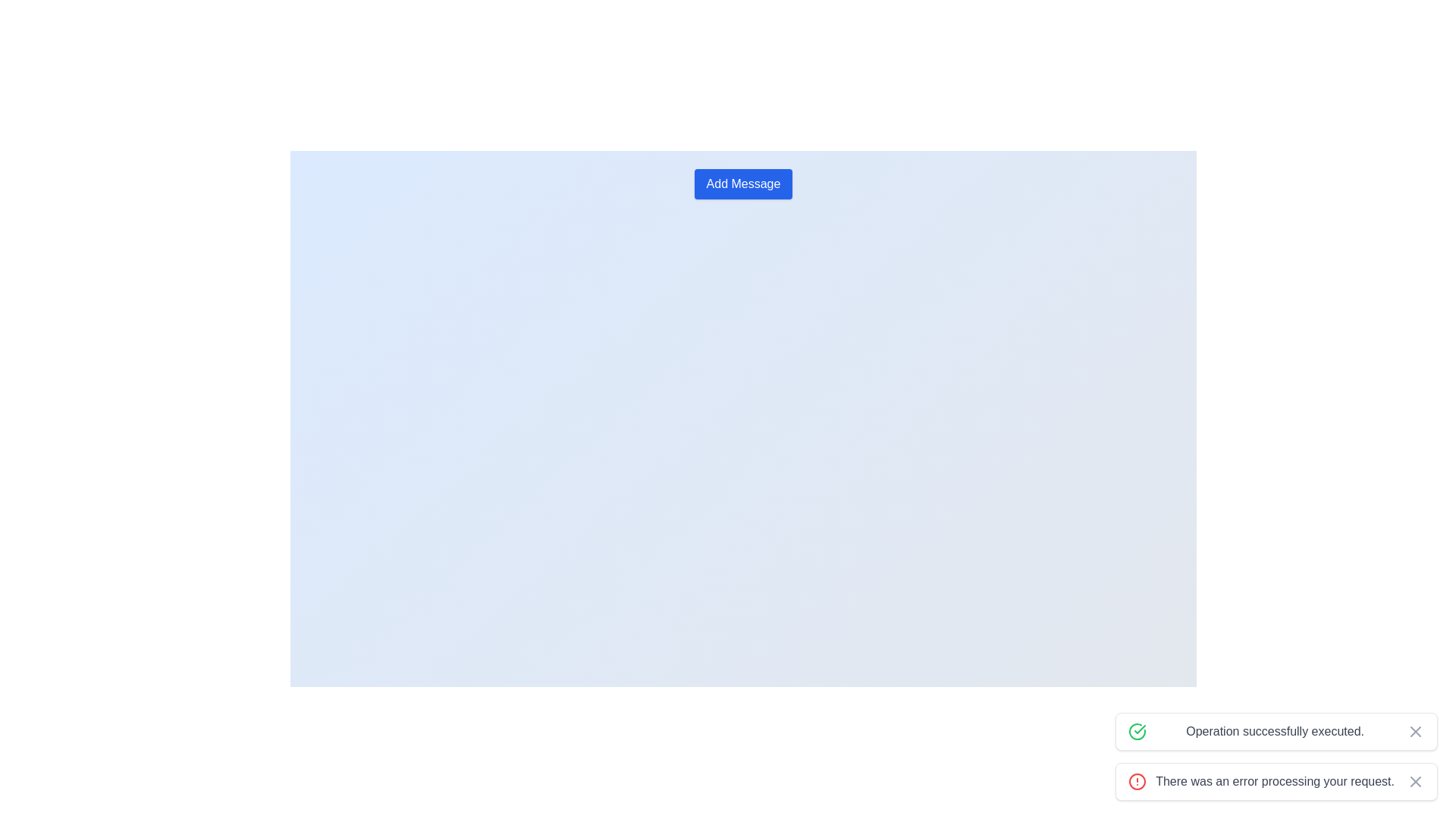 This screenshot has height=819, width=1456. What do you see at coordinates (1415, 781) in the screenshot?
I see `the close button located at the bottom right of the alert message panel` at bounding box center [1415, 781].